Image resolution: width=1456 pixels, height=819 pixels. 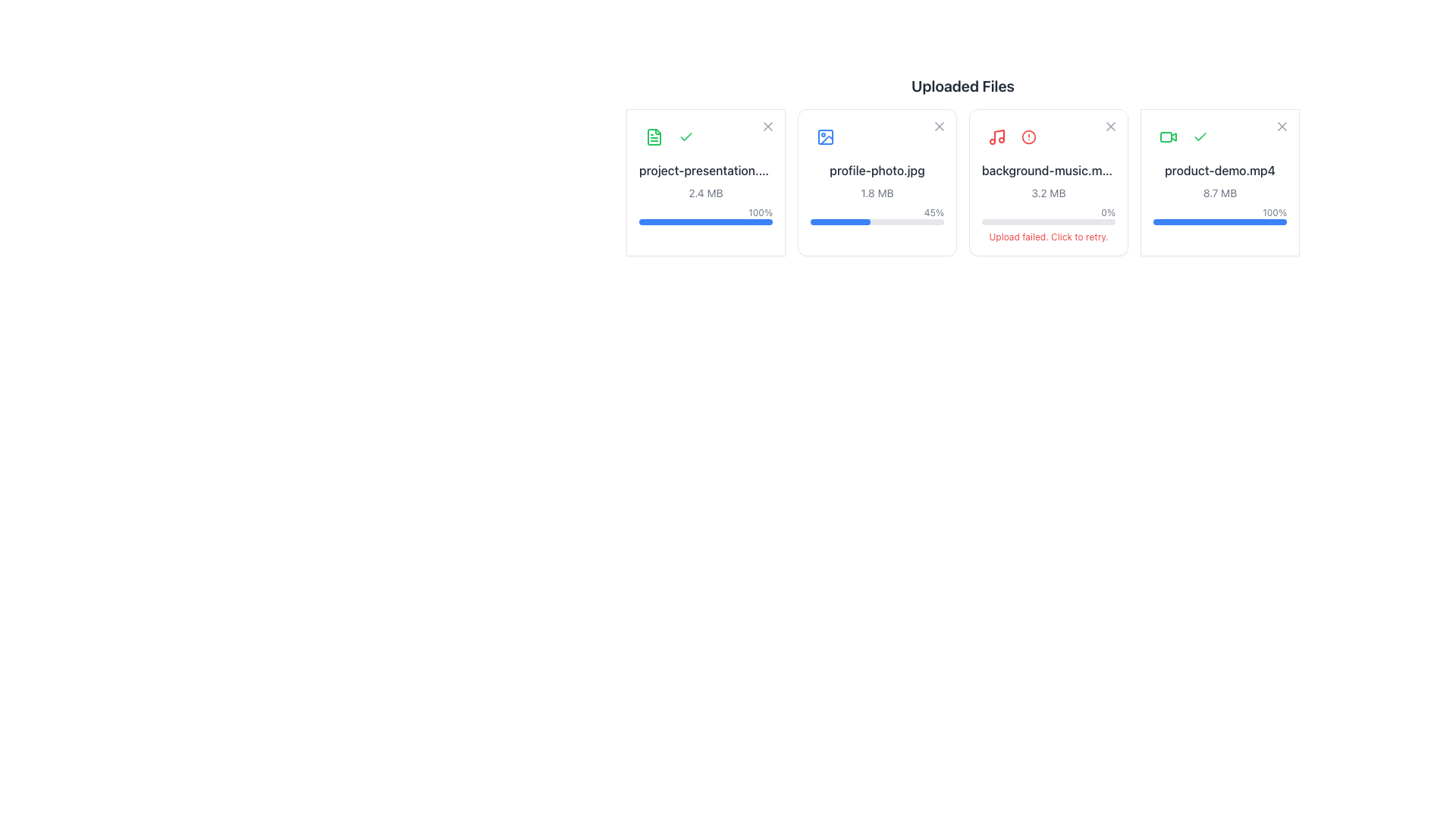 I want to click on progress bar value, so click(x=865, y=222).